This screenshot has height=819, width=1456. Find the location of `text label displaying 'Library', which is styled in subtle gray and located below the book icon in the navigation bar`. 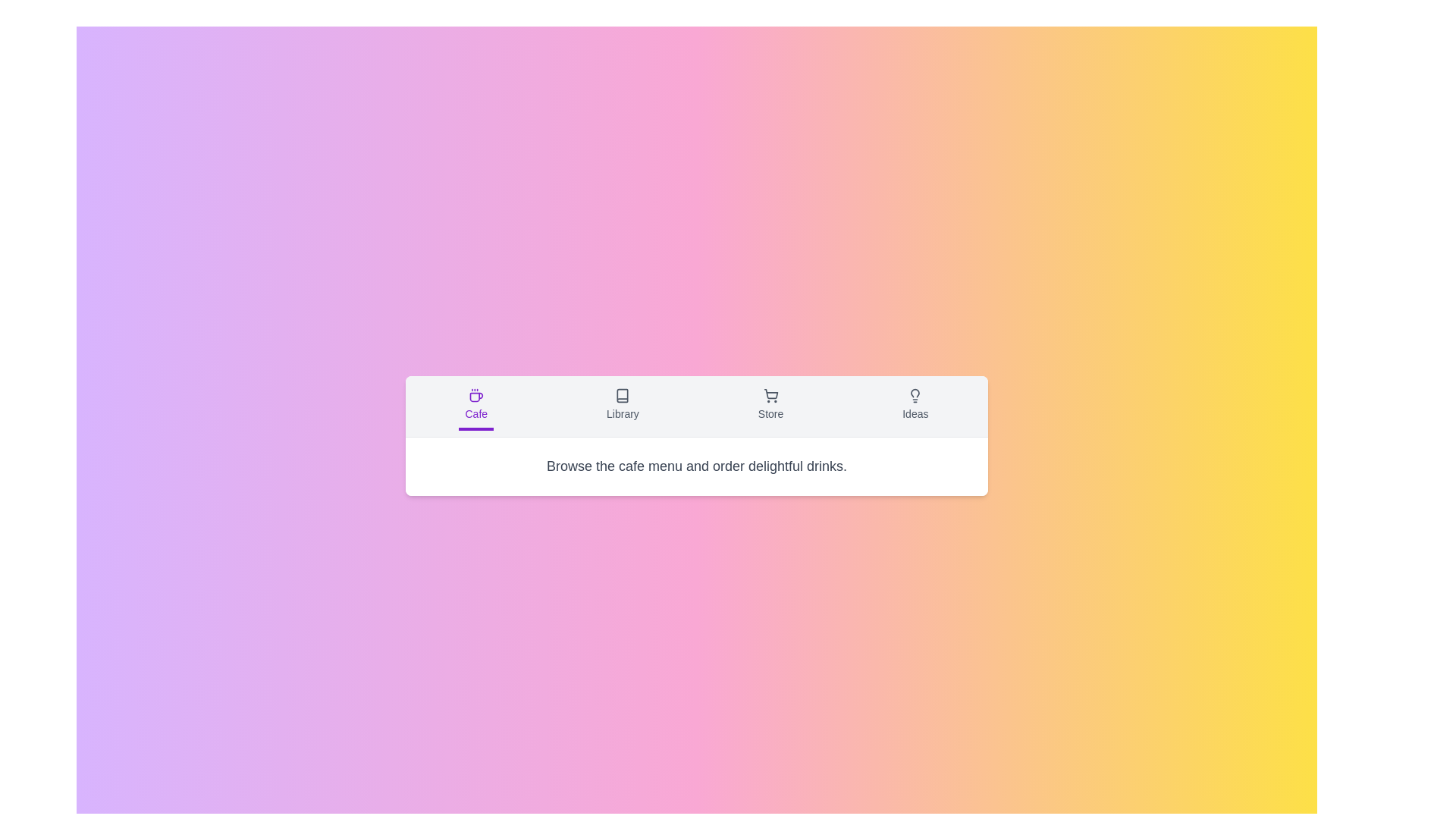

text label displaying 'Library', which is styled in subtle gray and located below the book icon in the navigation bar is located at coordinates (623, 413).